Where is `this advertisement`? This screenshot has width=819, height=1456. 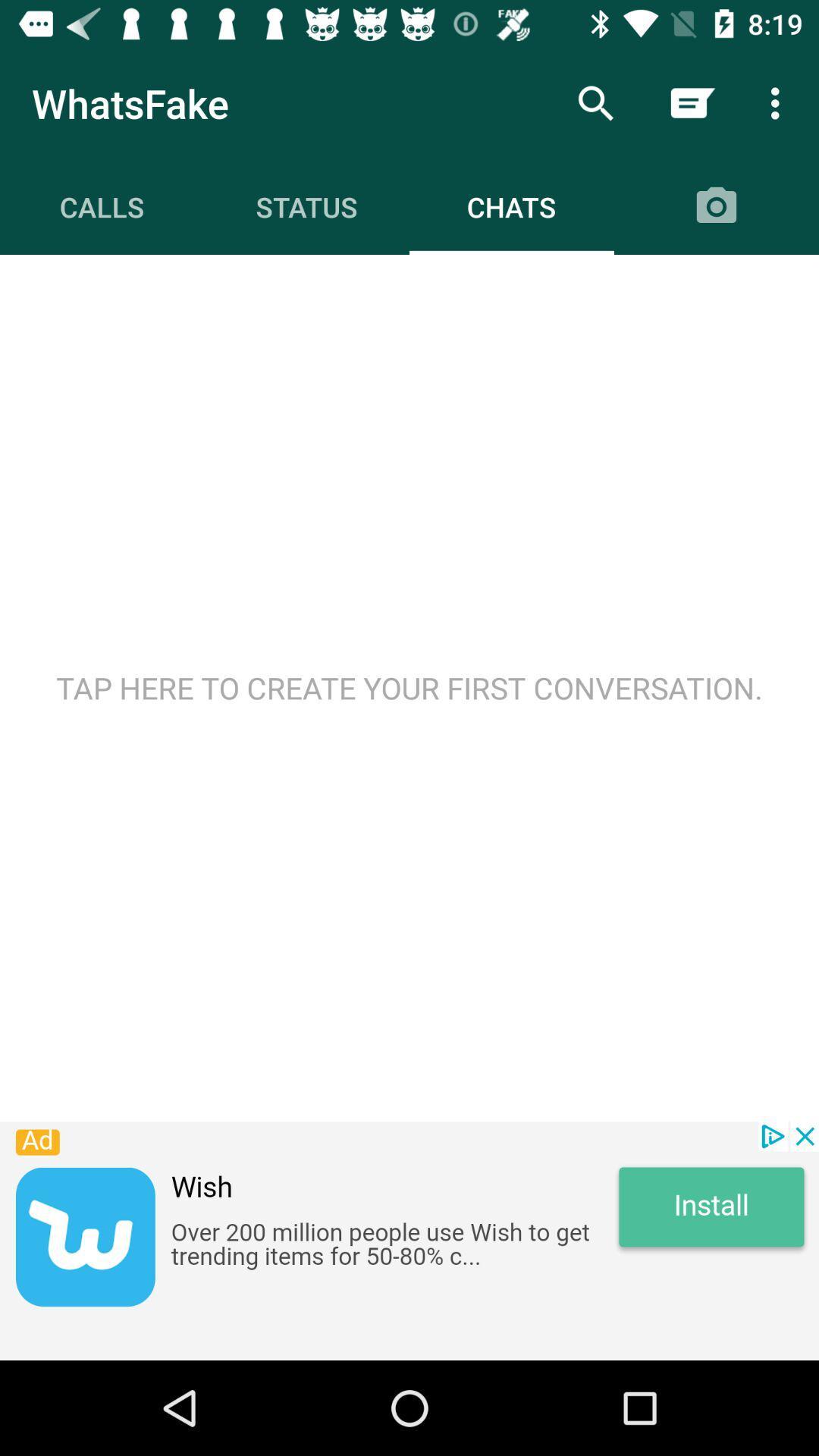 this advertisement is located at coordinates (409, 1241).